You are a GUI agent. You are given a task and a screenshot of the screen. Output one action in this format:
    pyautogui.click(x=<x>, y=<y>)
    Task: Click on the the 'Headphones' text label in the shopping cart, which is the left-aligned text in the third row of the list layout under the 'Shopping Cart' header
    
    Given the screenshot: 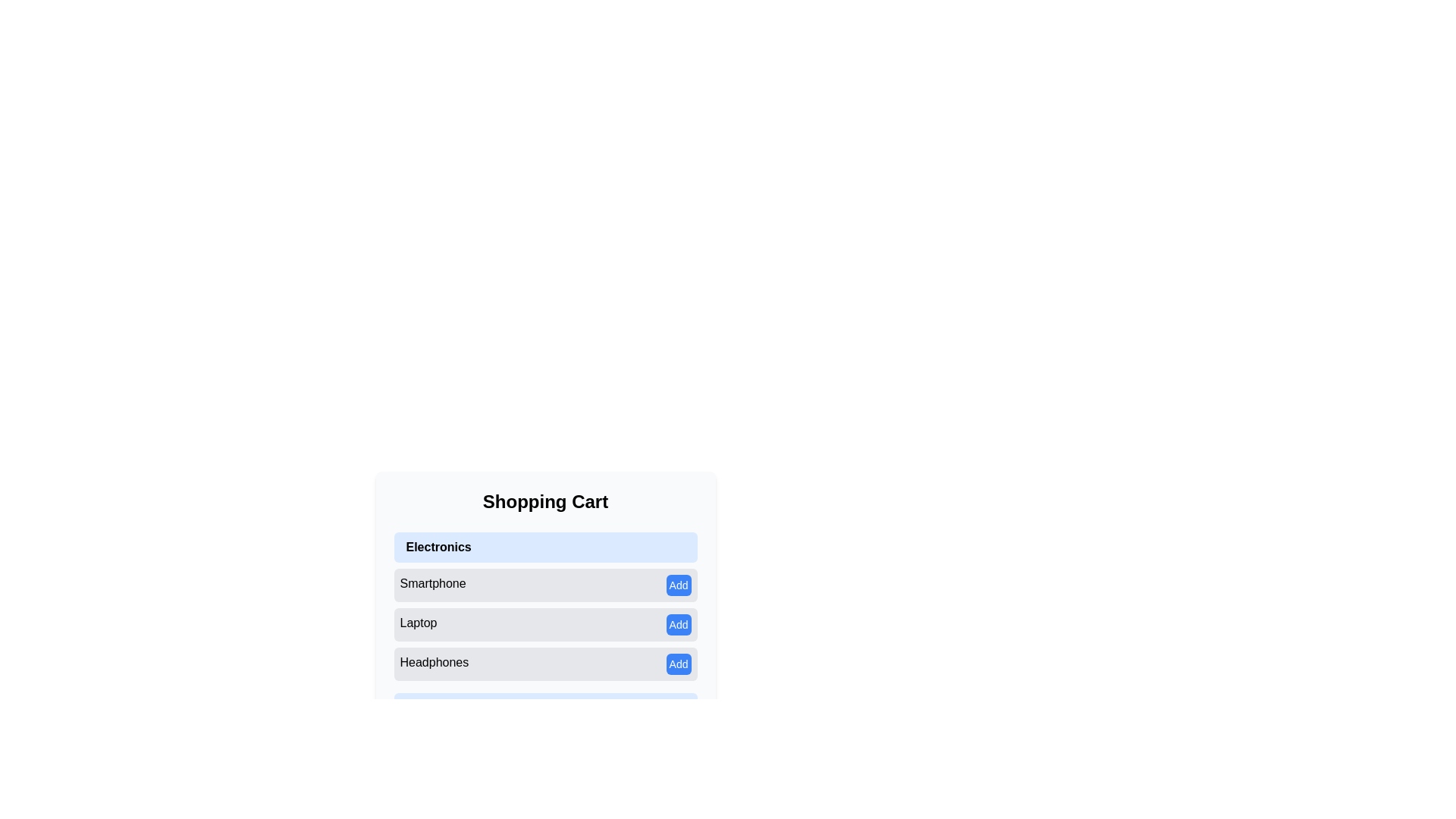 What is the action you would take?
    pyautogui.click(x=433, y=663)
    